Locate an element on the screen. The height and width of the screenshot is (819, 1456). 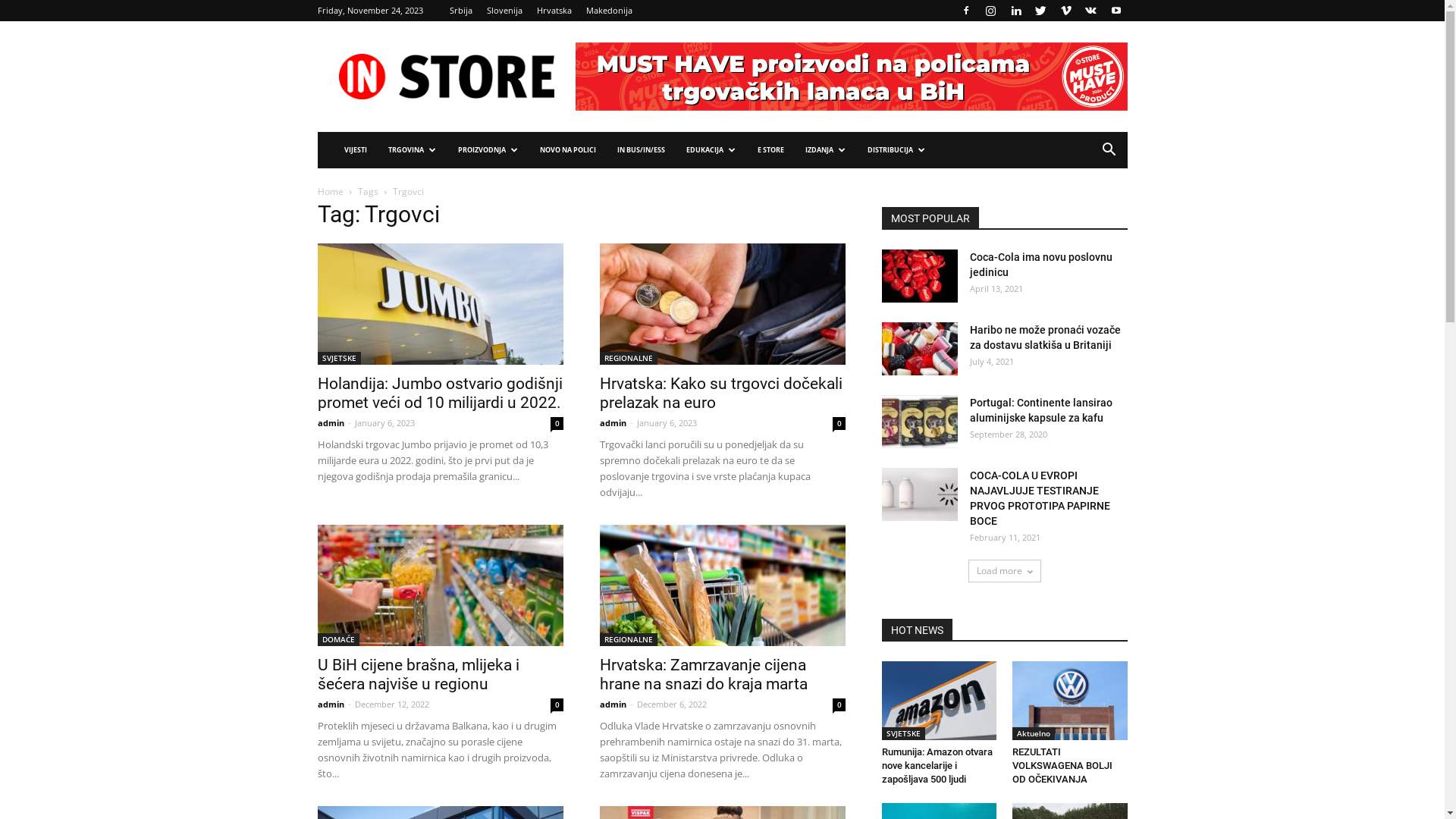
'admin' is located at coordinates (612, 704).